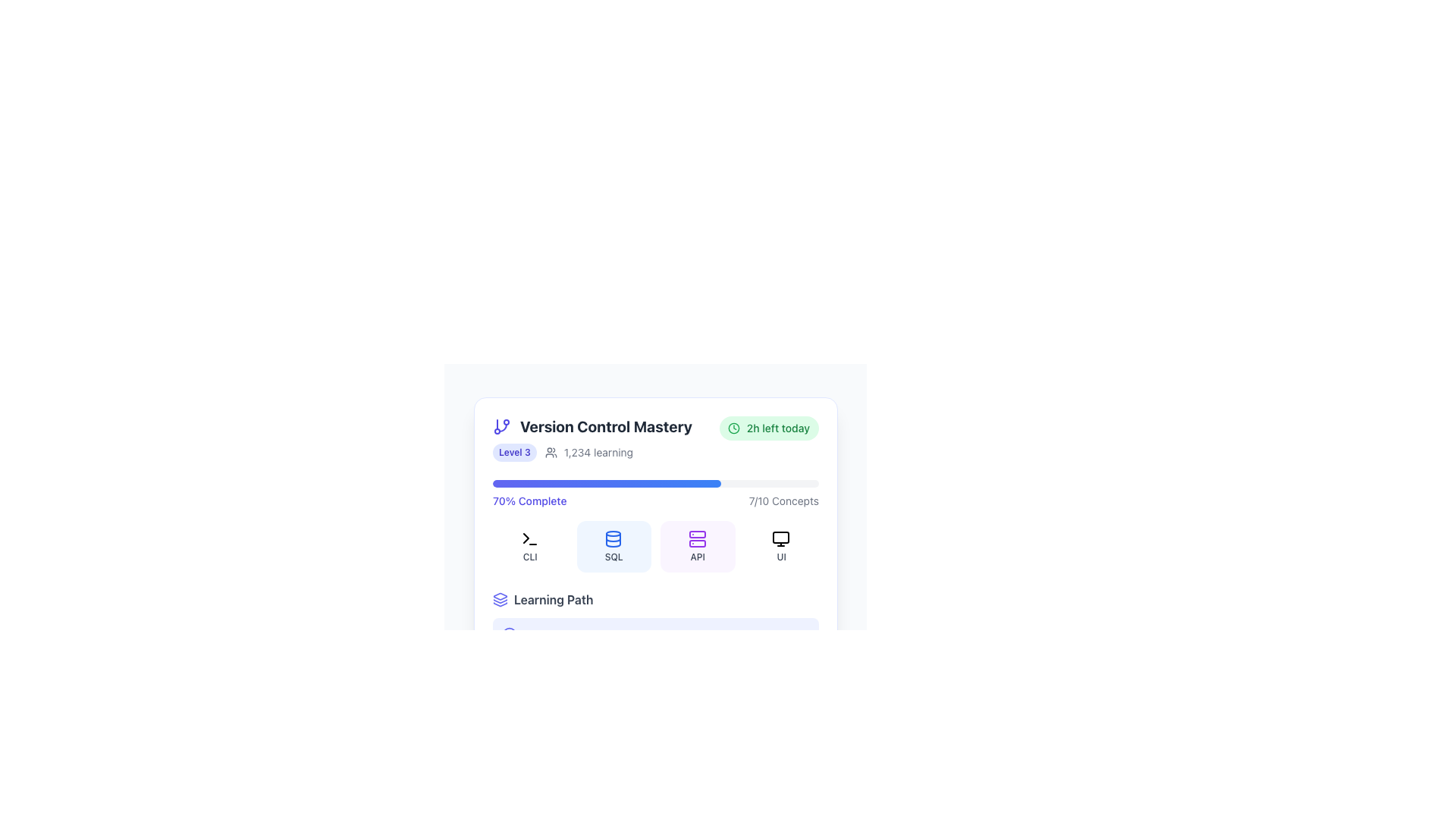 Image resolution: width=1456 pixels, height=819 pixels. I want to click on the Text with Icon, which serves as the title or heading indicating the subject of version control mastery, located at the top of a card layout, so click(591, 427).